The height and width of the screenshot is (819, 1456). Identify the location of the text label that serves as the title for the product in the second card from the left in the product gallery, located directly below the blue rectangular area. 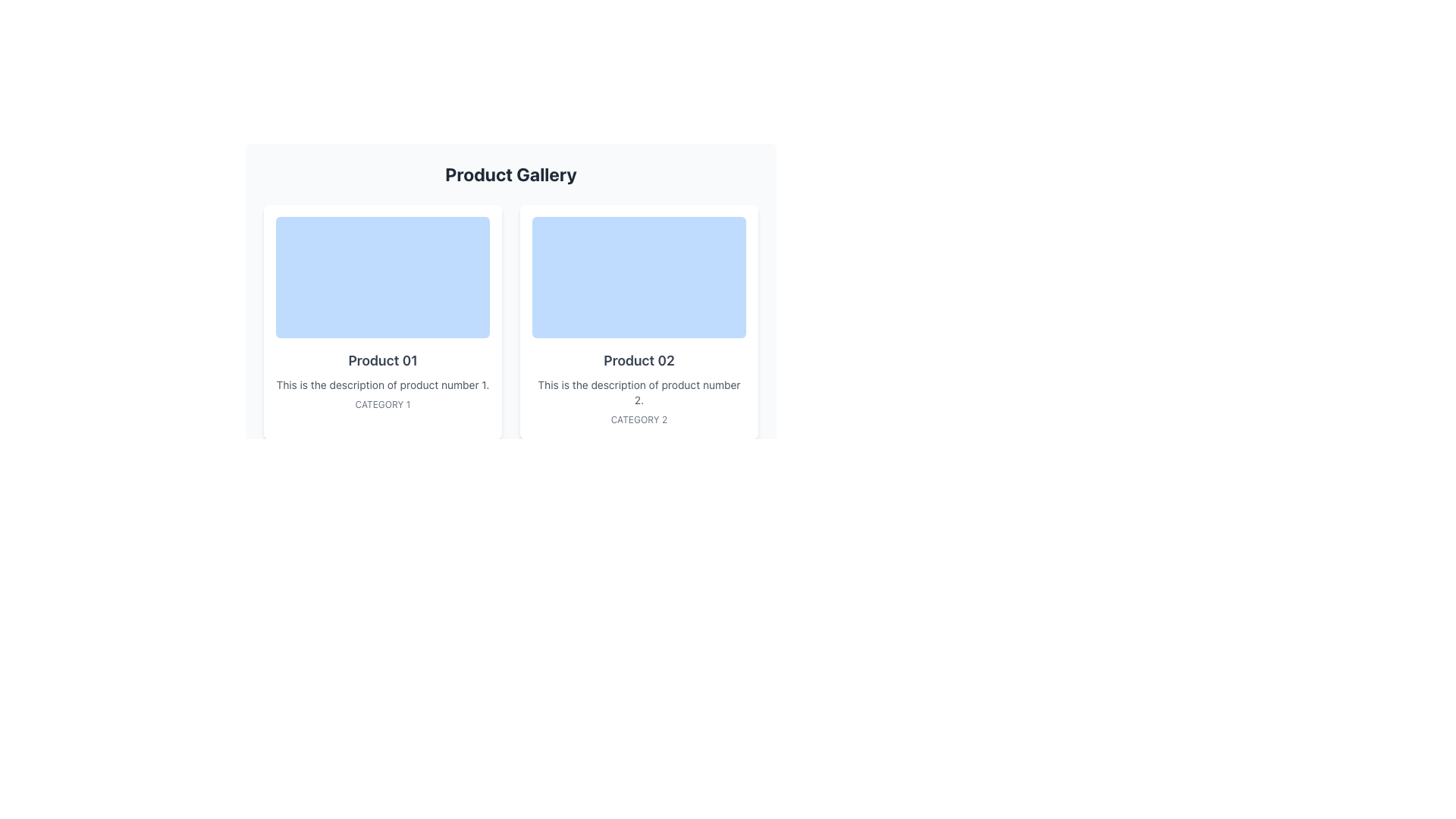
(639, 360).